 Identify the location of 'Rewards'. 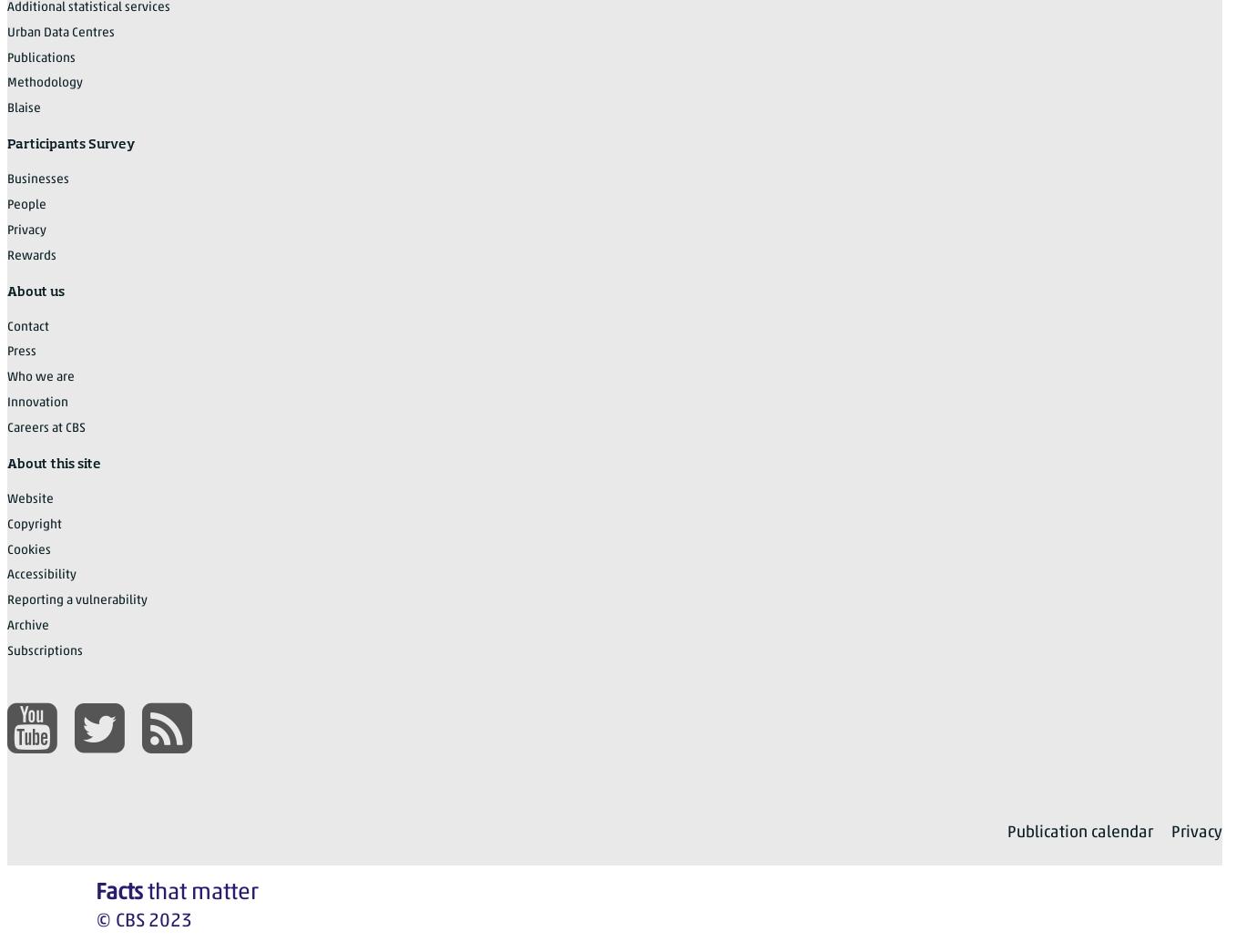
(6, 254).